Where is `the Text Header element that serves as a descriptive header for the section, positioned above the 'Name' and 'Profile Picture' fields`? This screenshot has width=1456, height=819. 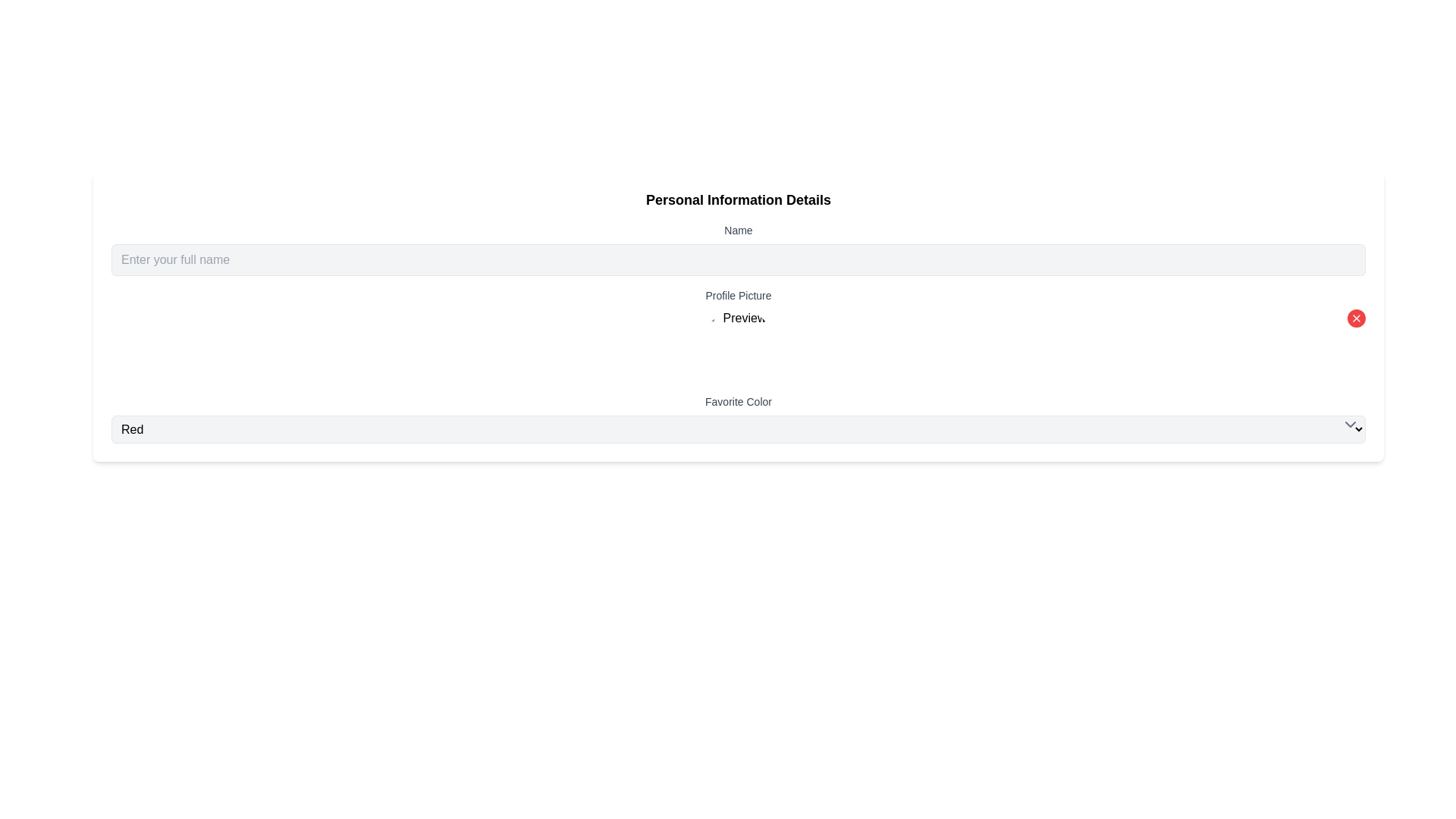 the Text Header element that serves as a descriptive header for the section, positioned above the 'Name' and 'Profile Picture' fields is located at coordinates (739, 199).